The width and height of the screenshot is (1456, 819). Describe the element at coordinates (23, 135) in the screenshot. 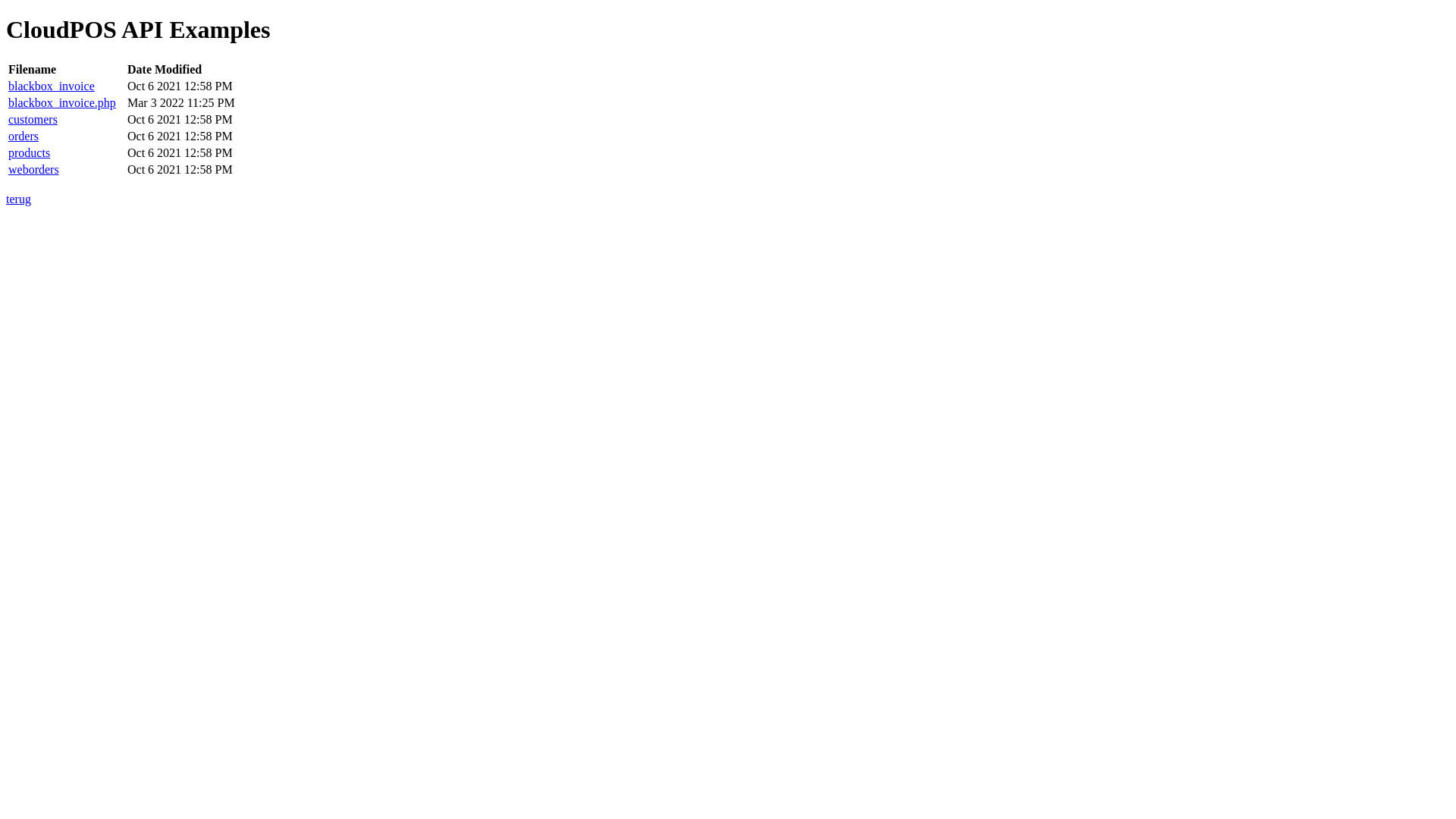

I see `'orders'` at that location.